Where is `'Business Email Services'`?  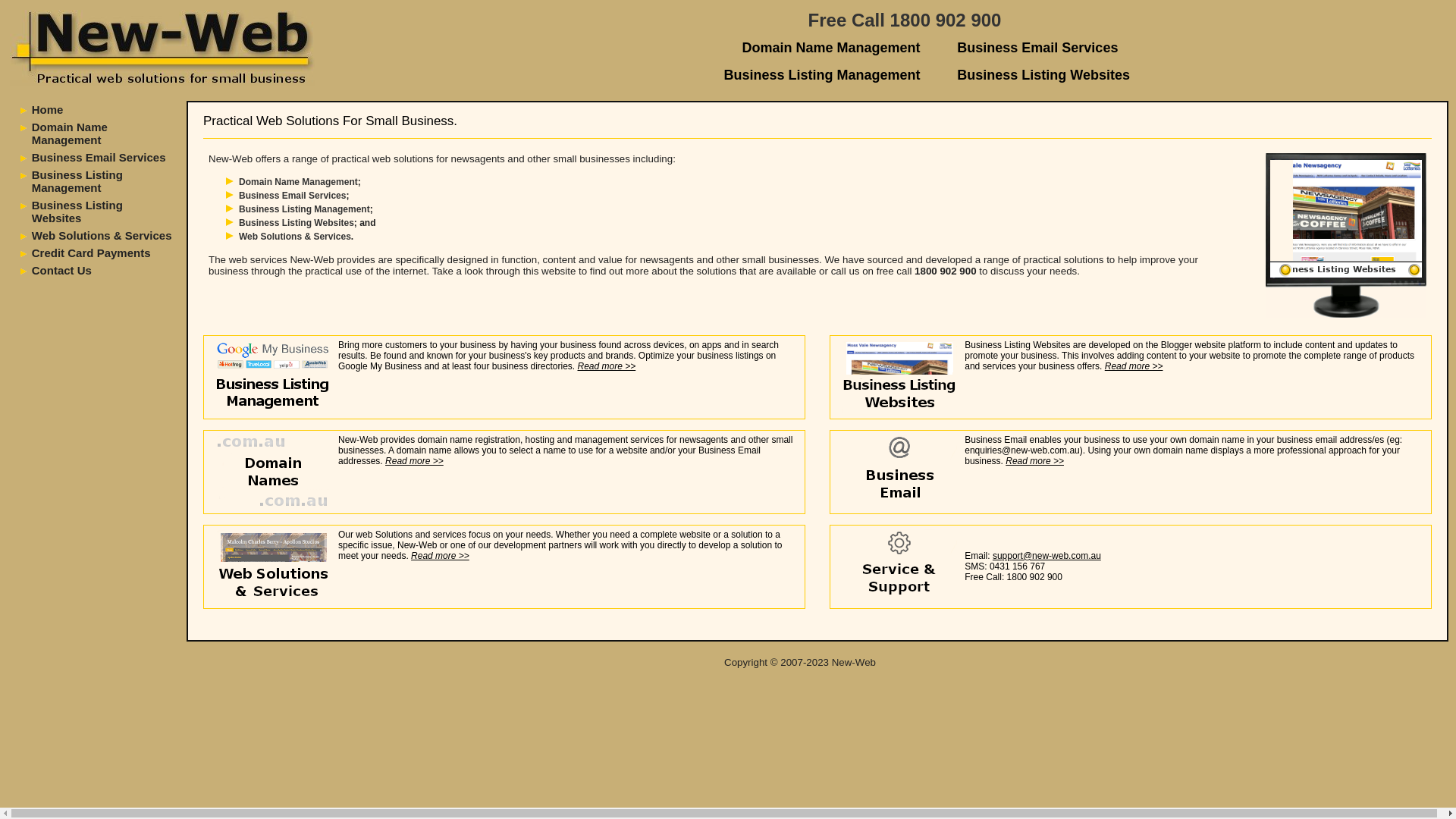 'Business Email Services' is located at coordinates (956, 46).